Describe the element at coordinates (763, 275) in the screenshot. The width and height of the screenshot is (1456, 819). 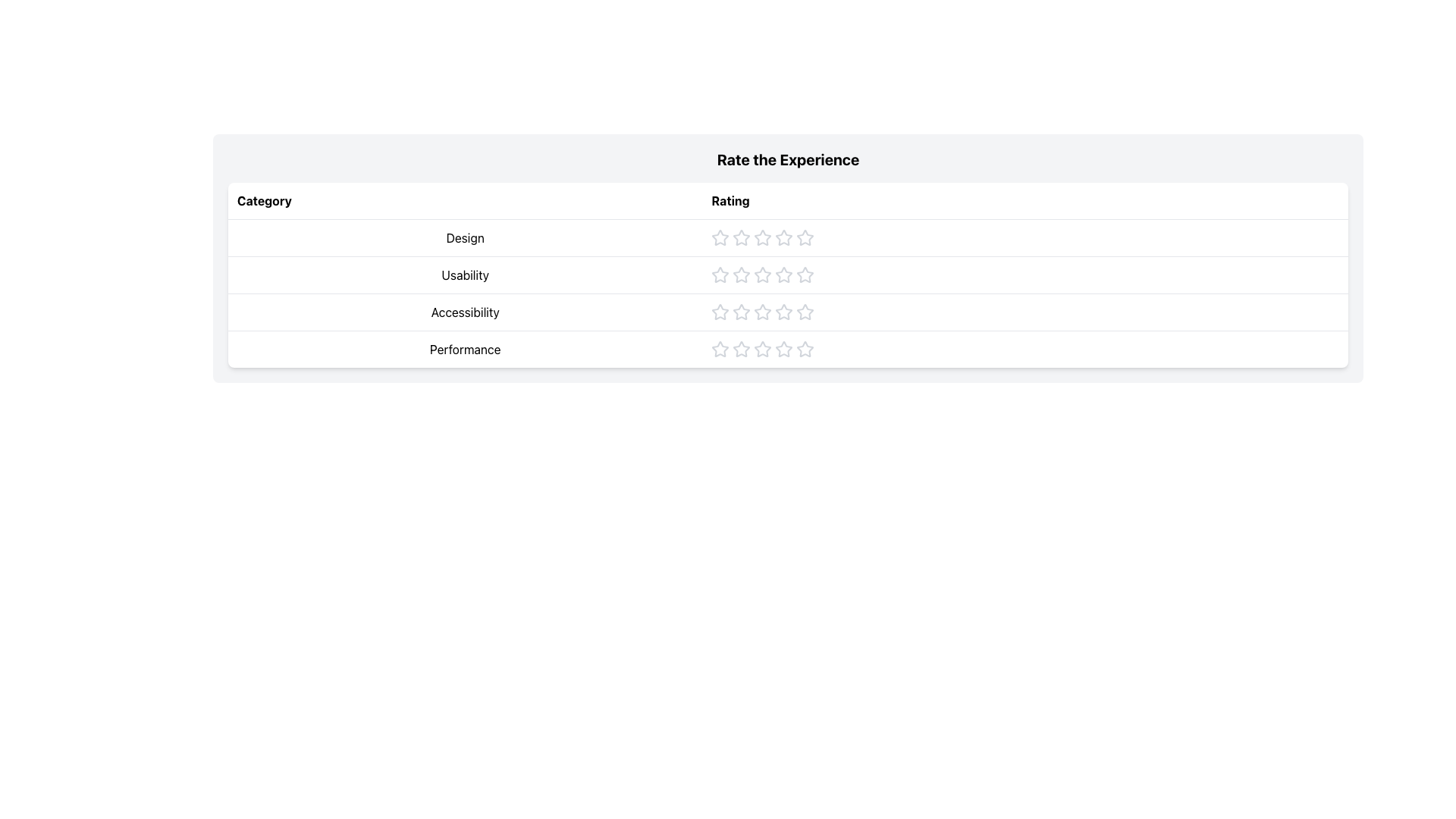
I see `the fifth star-shaped icon in the Usability rating interface` at that location.